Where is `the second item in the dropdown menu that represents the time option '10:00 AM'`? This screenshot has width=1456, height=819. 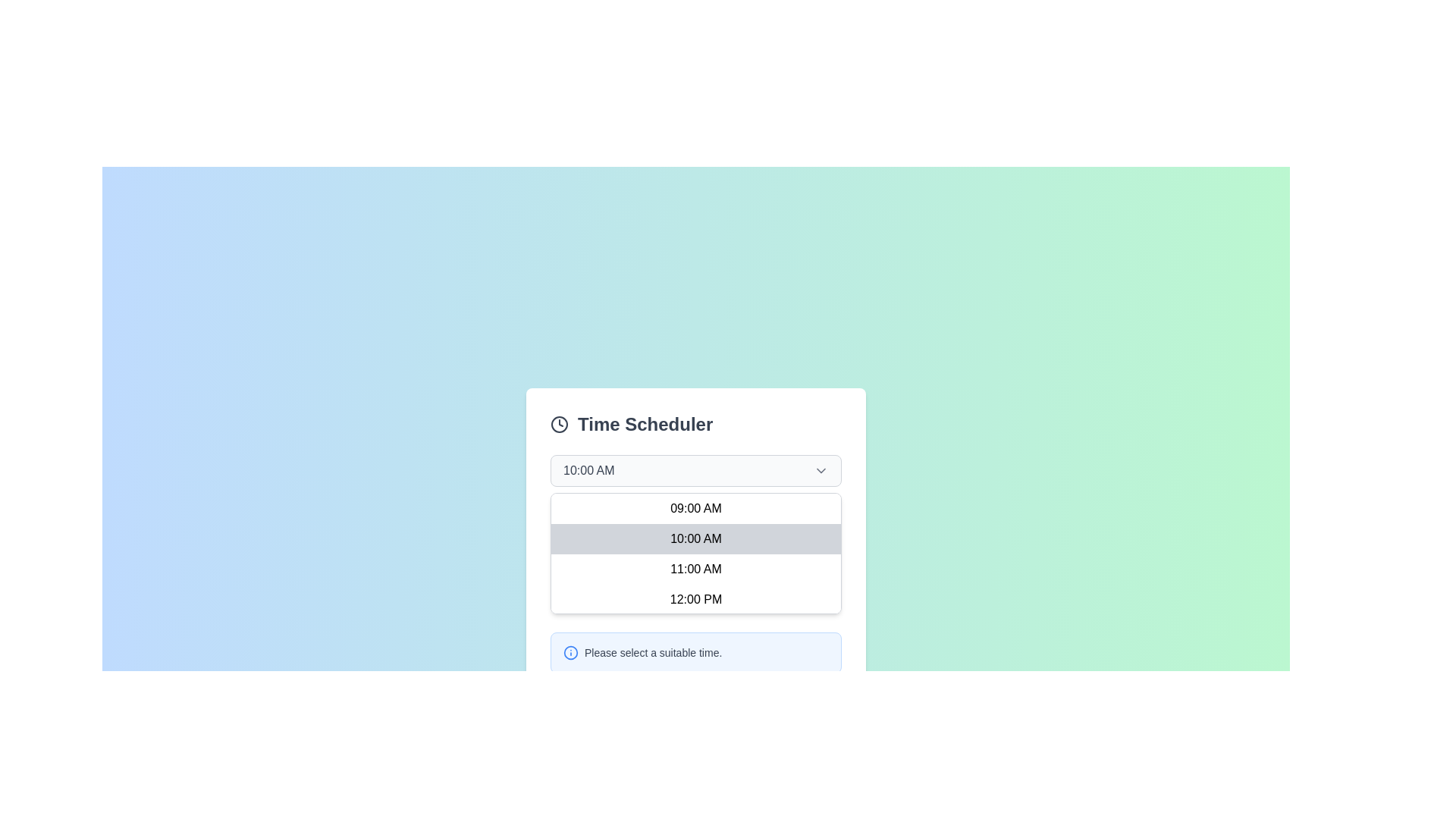 the second item in the dropdown menu that represents the time option '10:00 AM' is located at coordinates (695, 538).